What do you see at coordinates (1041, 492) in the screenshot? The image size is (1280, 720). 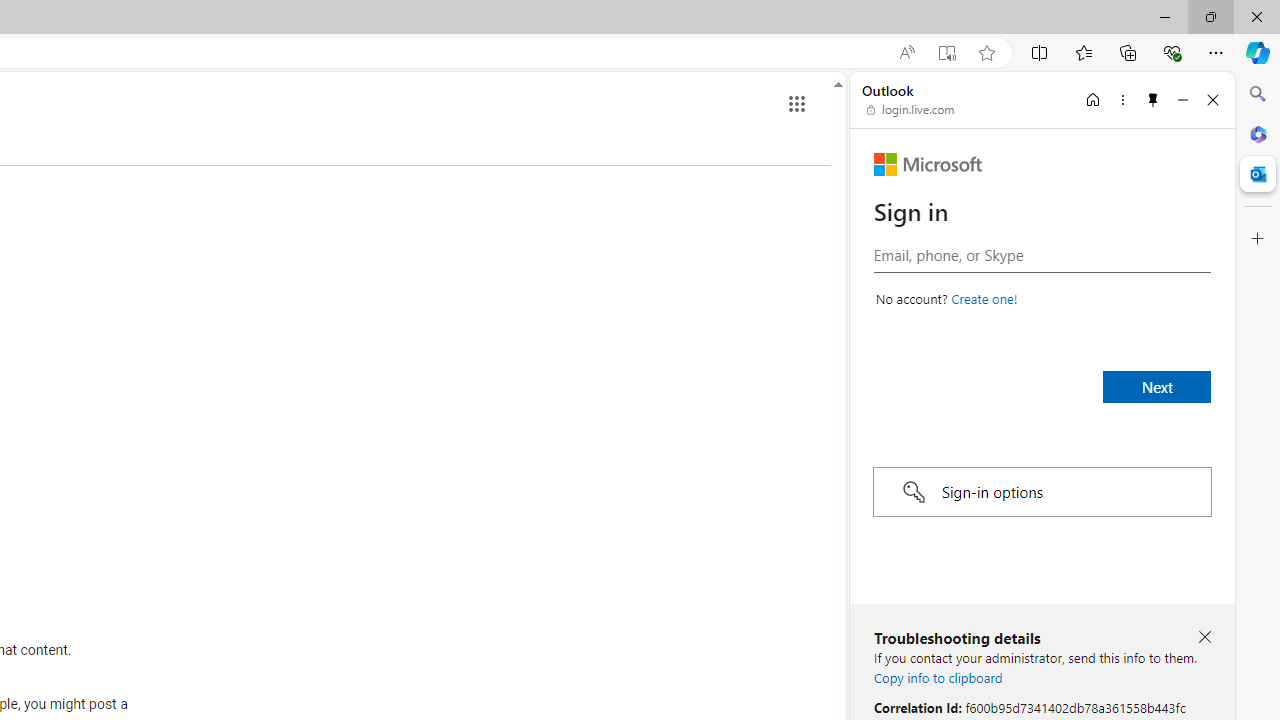 I see `'Sign-in options'` at bounding box center [1041, 492].